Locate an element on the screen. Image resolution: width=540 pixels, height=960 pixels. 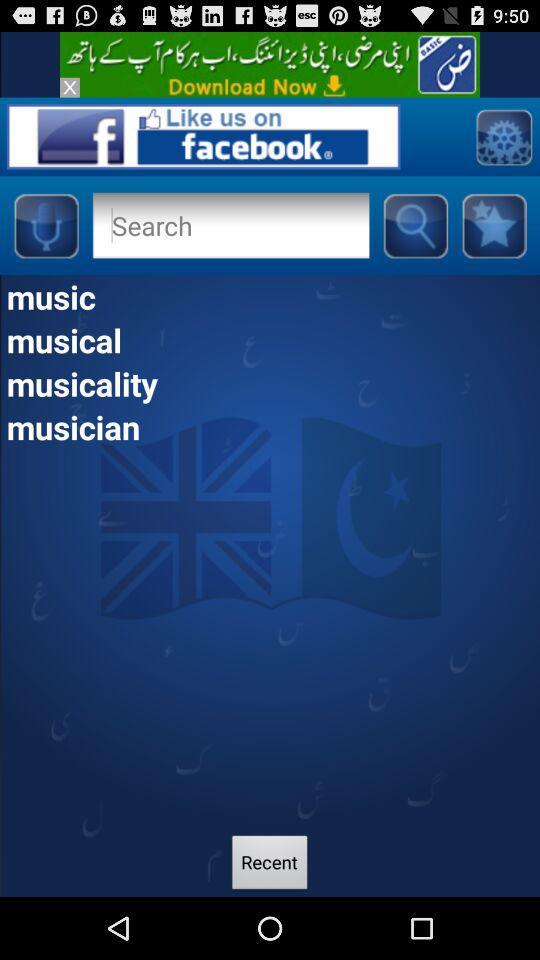
audio is located at coordinates (45, 225).